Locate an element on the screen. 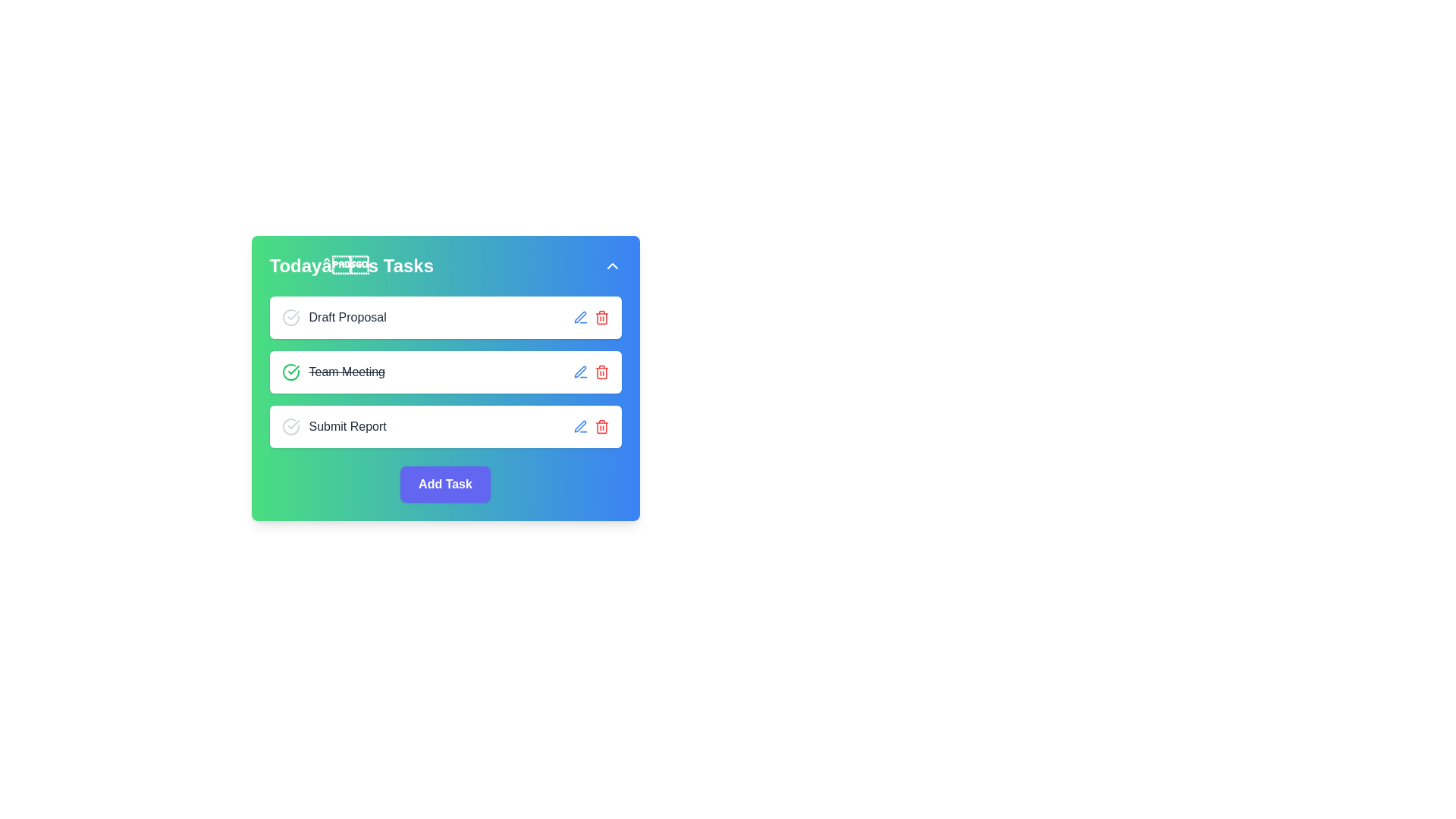 The width and height of the screenshot is (1456, 819). the Collapse/Expand icon (Chevron) which is an upward-pointing arrow located on the far right within the header bar of the 'Today's Tasks' section is located at coordinates (612, 265).